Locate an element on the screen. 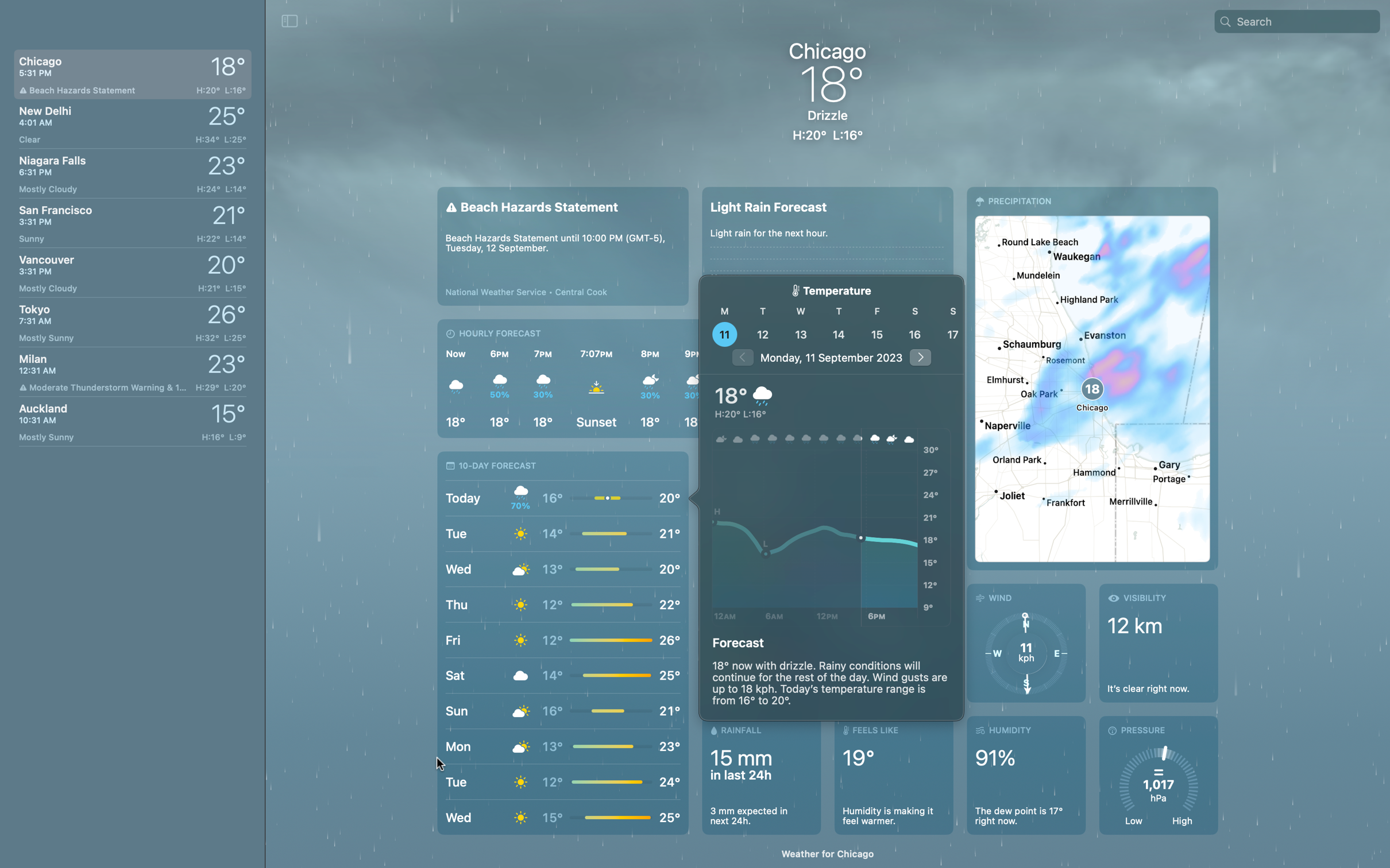  Locate and display the weather conditions for 6am is located at coordinates (773, 529).